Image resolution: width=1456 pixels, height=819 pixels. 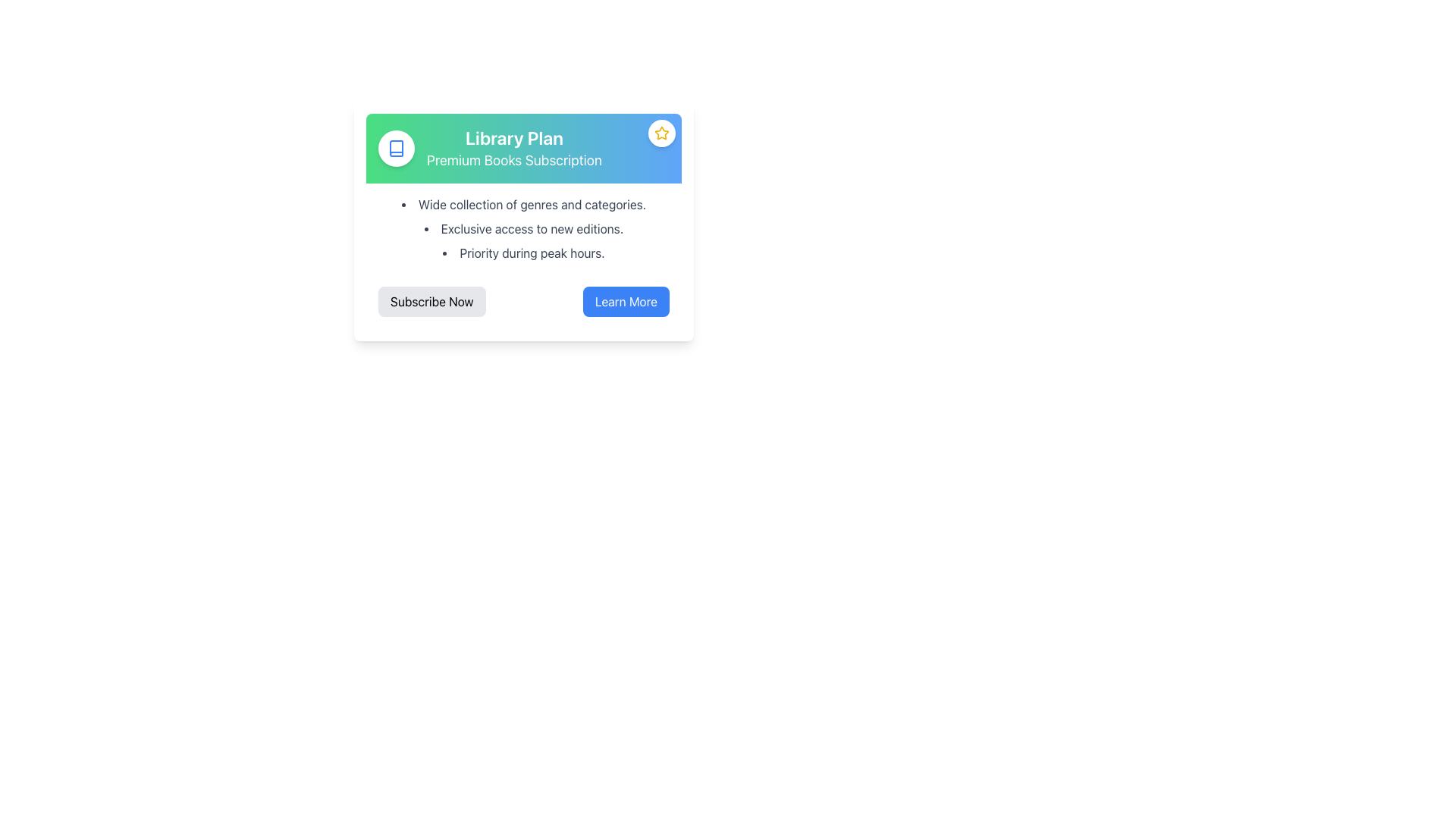 I want to click on the third bullet point in the subscription plan features list, located between 'Exclusive access to new editions.' and the button section, so click(x=524, y=253).